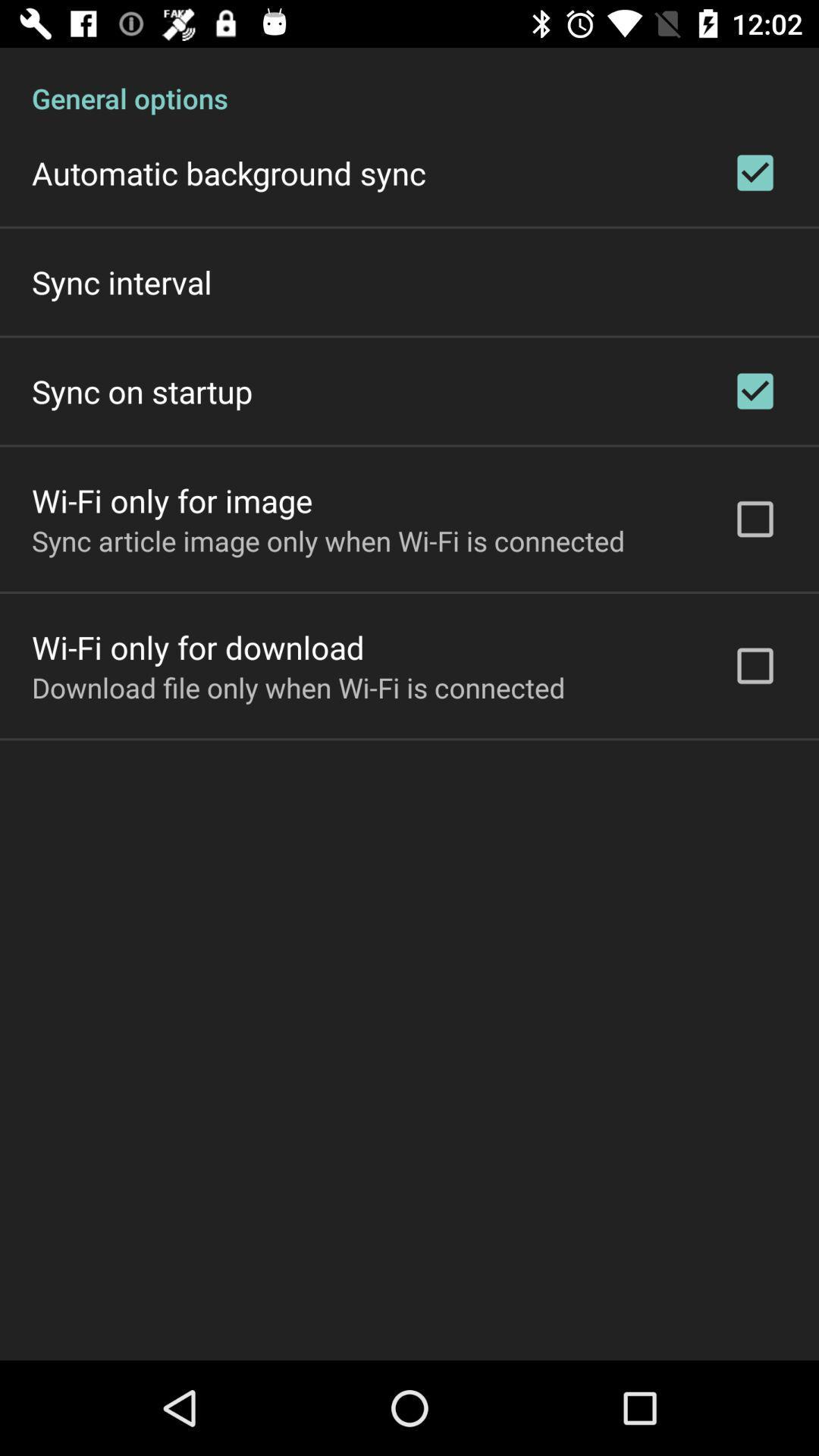  Describe the element at coordinates (328, 541) in the screenshot. I see `the sync article image item` at that location.